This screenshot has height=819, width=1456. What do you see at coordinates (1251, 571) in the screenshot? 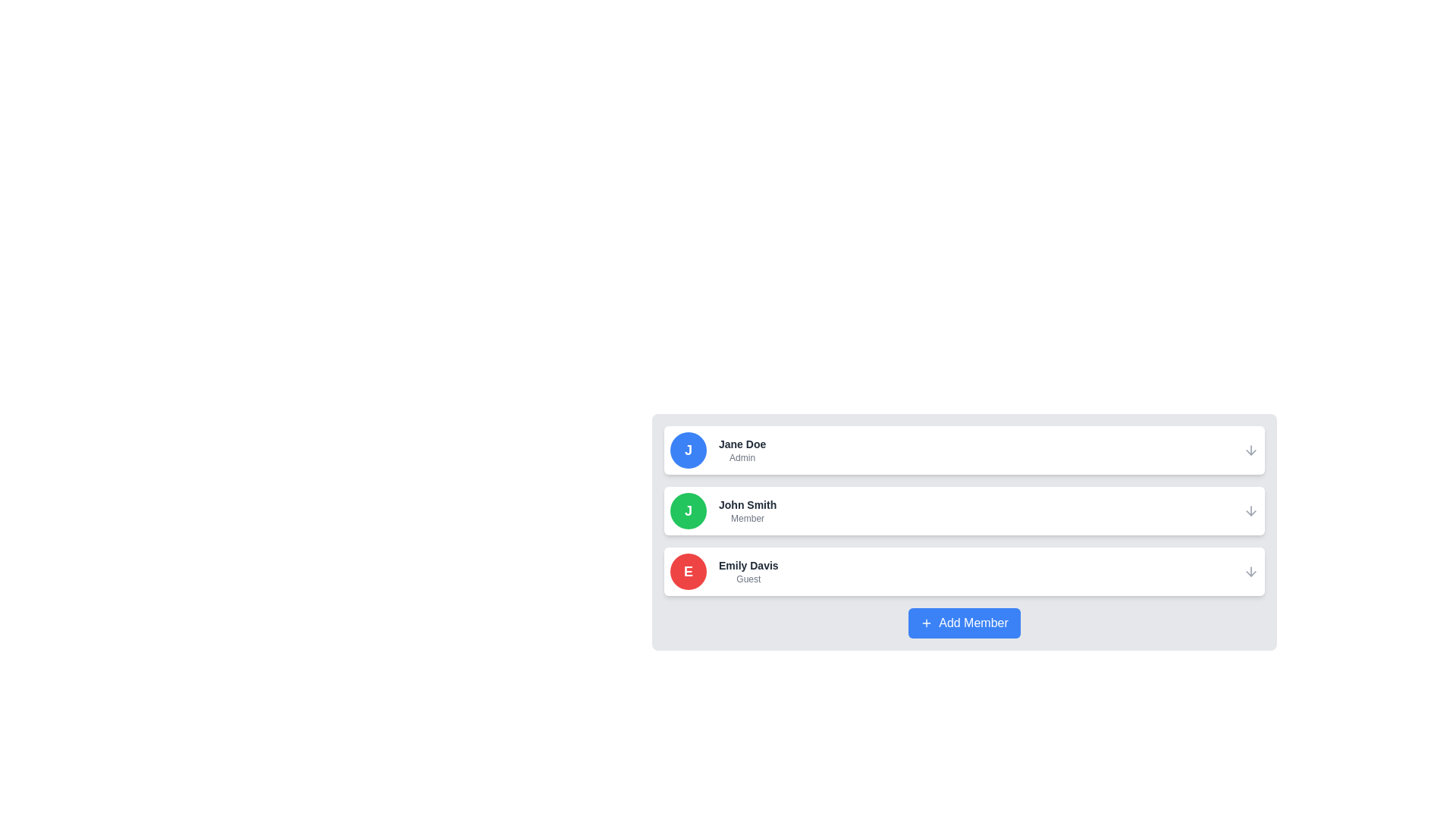
I see `the downward arrow icon on the far-right side of the 'Emily Davis' member entry` at bounding box center [1251, 571].